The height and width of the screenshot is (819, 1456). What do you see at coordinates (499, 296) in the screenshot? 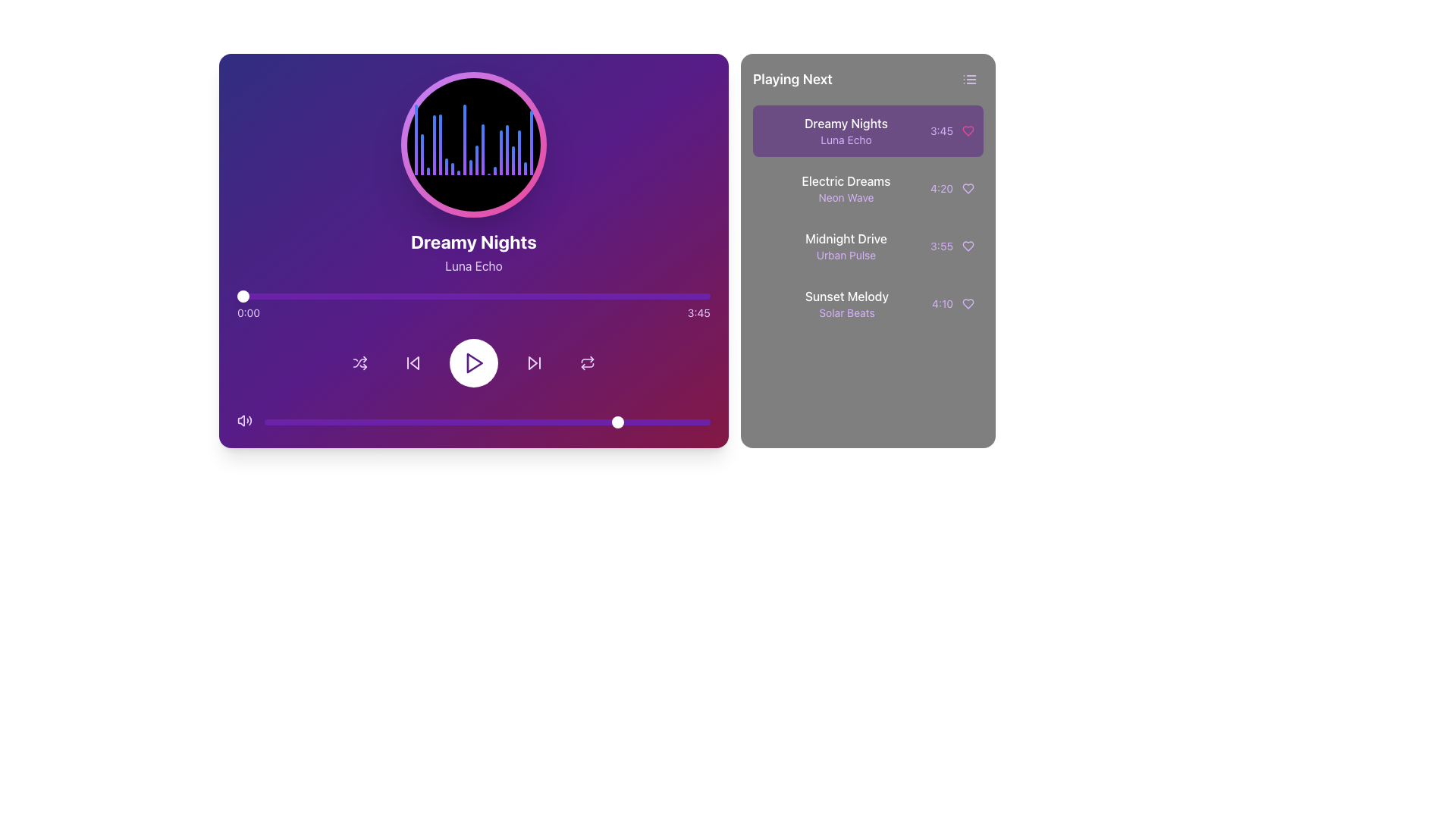
I see `the playback position` at bounding box center [499, 296].